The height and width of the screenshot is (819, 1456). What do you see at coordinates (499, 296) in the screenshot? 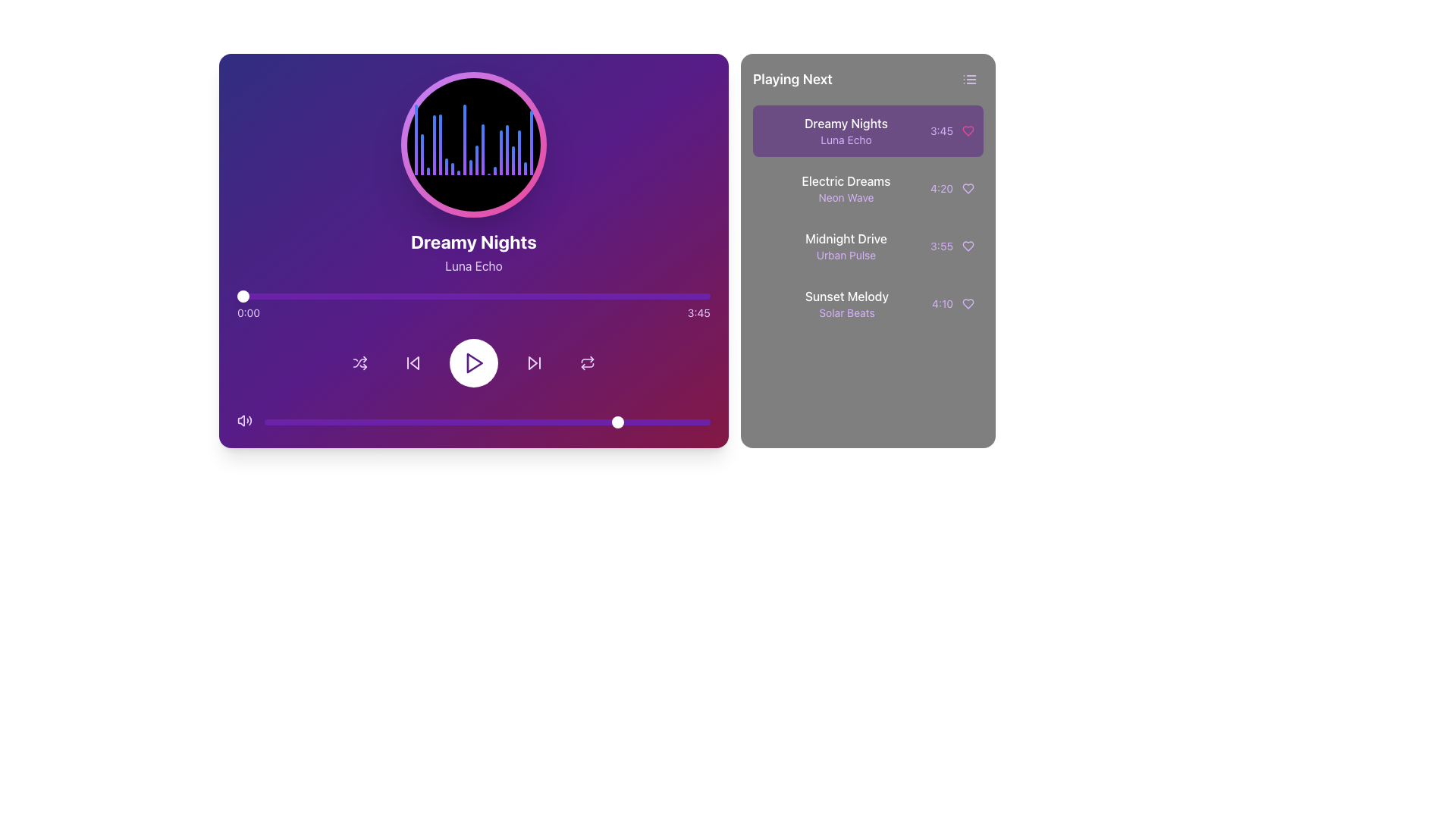
I see `the playback position` at bounding box center [499, 296].